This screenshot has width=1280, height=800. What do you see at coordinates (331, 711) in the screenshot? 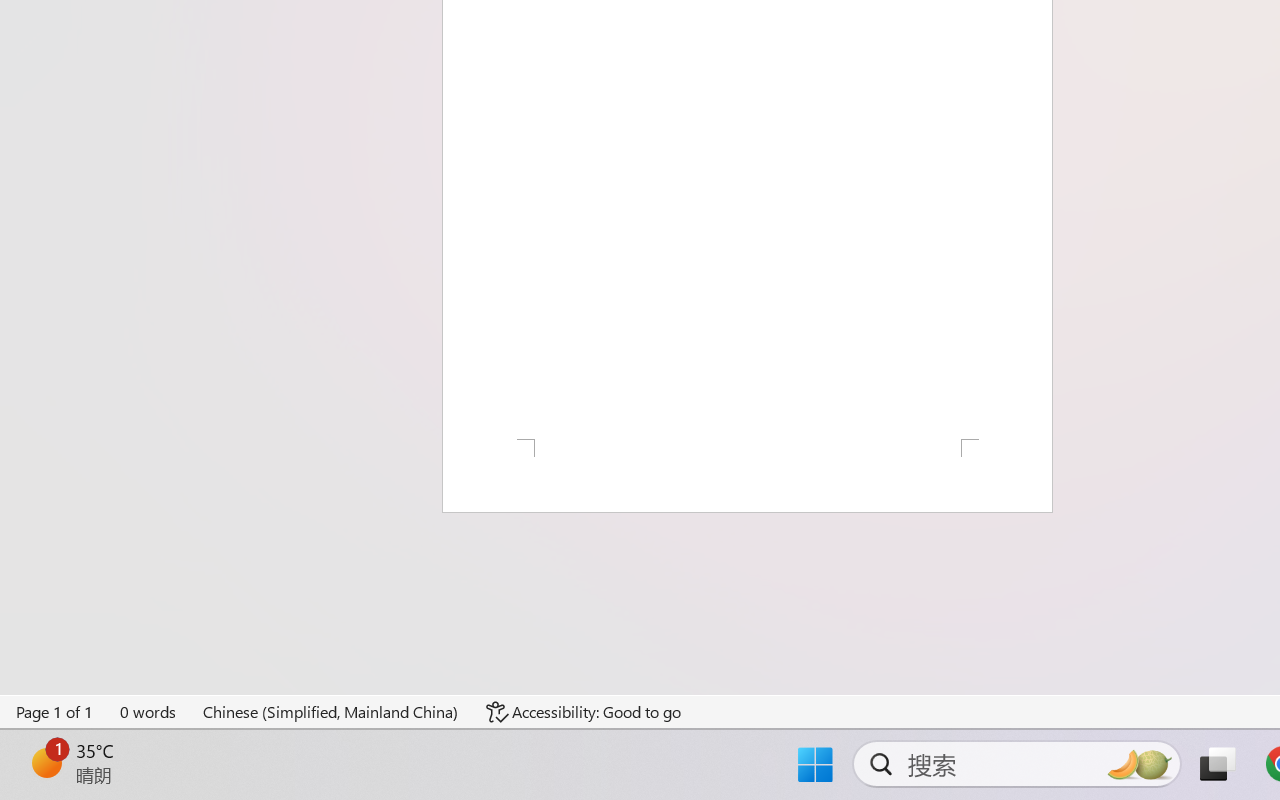
I see `'Language Chinese (Simplified, Mainland China)'` at bounding box center [331, 711].